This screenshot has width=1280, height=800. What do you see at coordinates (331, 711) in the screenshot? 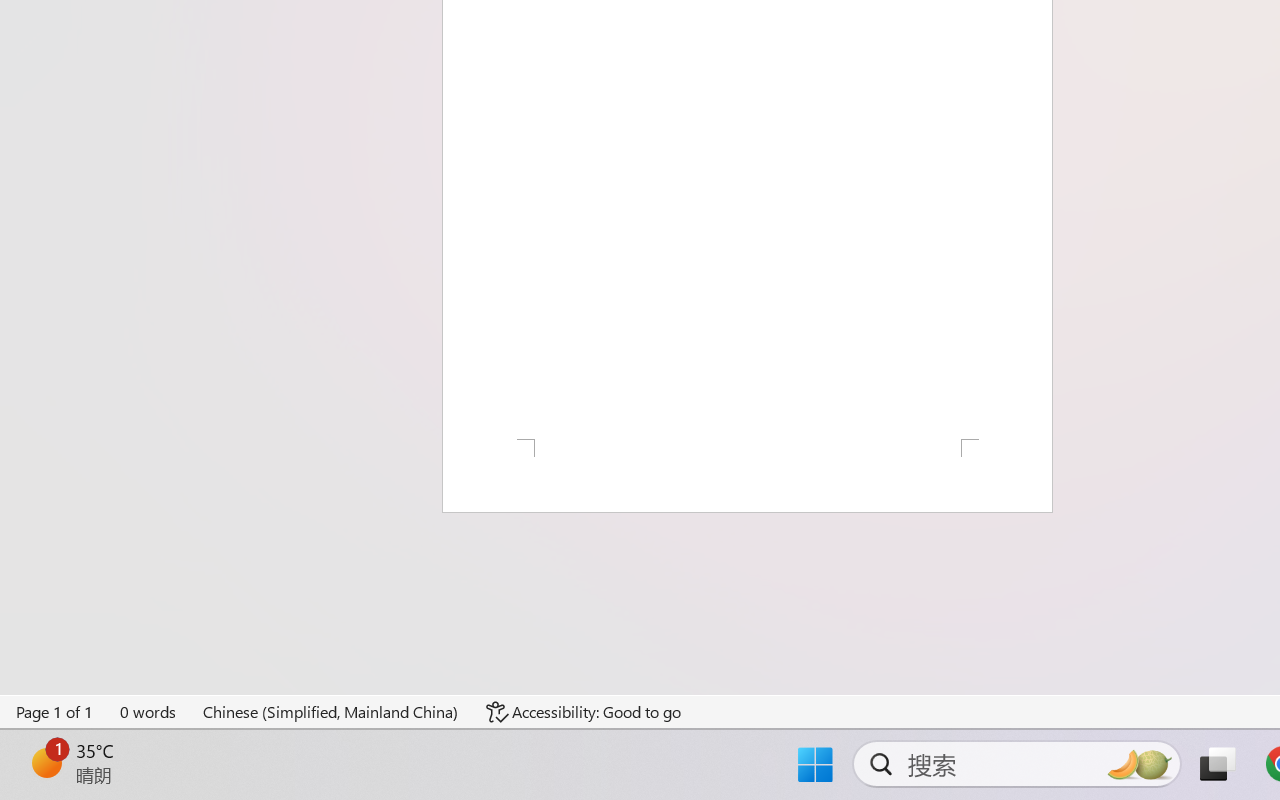
I see `'Language Chinese (Simplified, Mainland China)'` at bounding box center [331, 711].